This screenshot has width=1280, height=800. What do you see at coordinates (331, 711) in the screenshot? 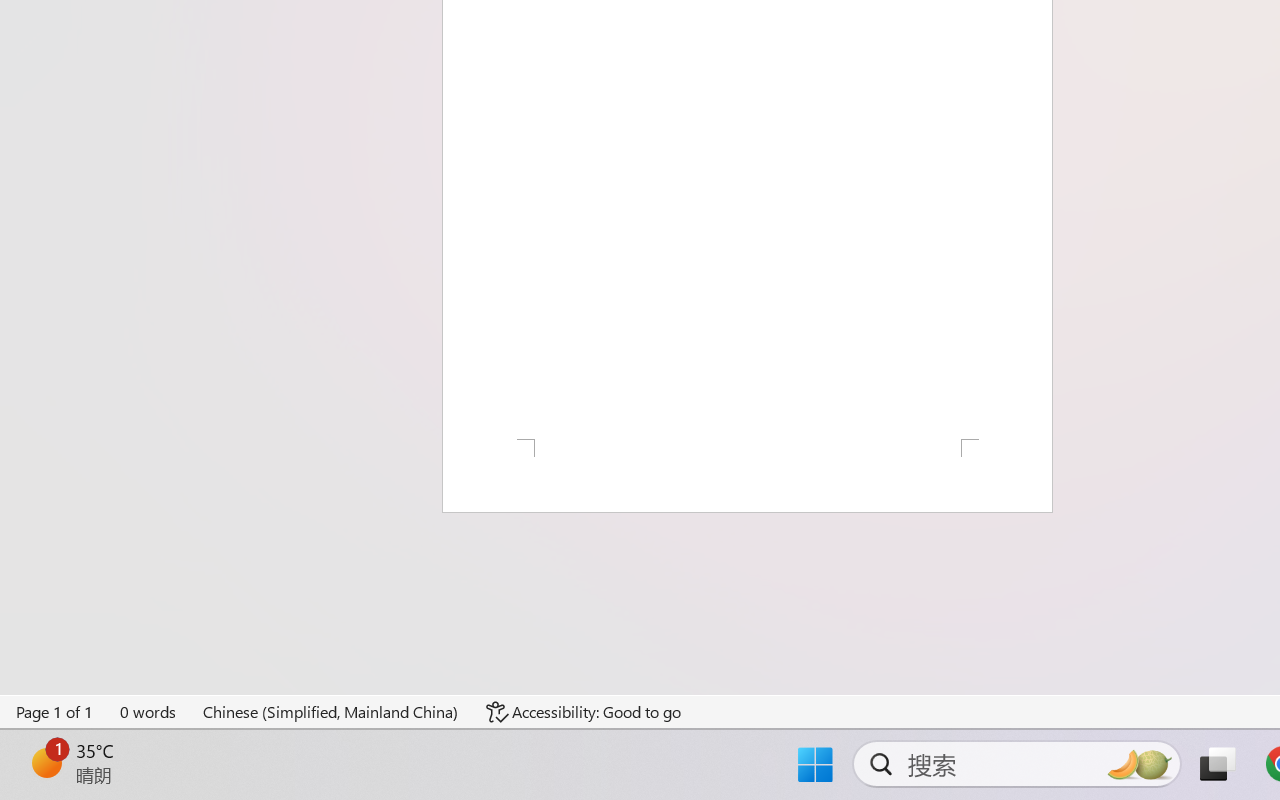
I see `'Language Chinese (Simplified, Mainland China)'` at bounding box center [331, 711].